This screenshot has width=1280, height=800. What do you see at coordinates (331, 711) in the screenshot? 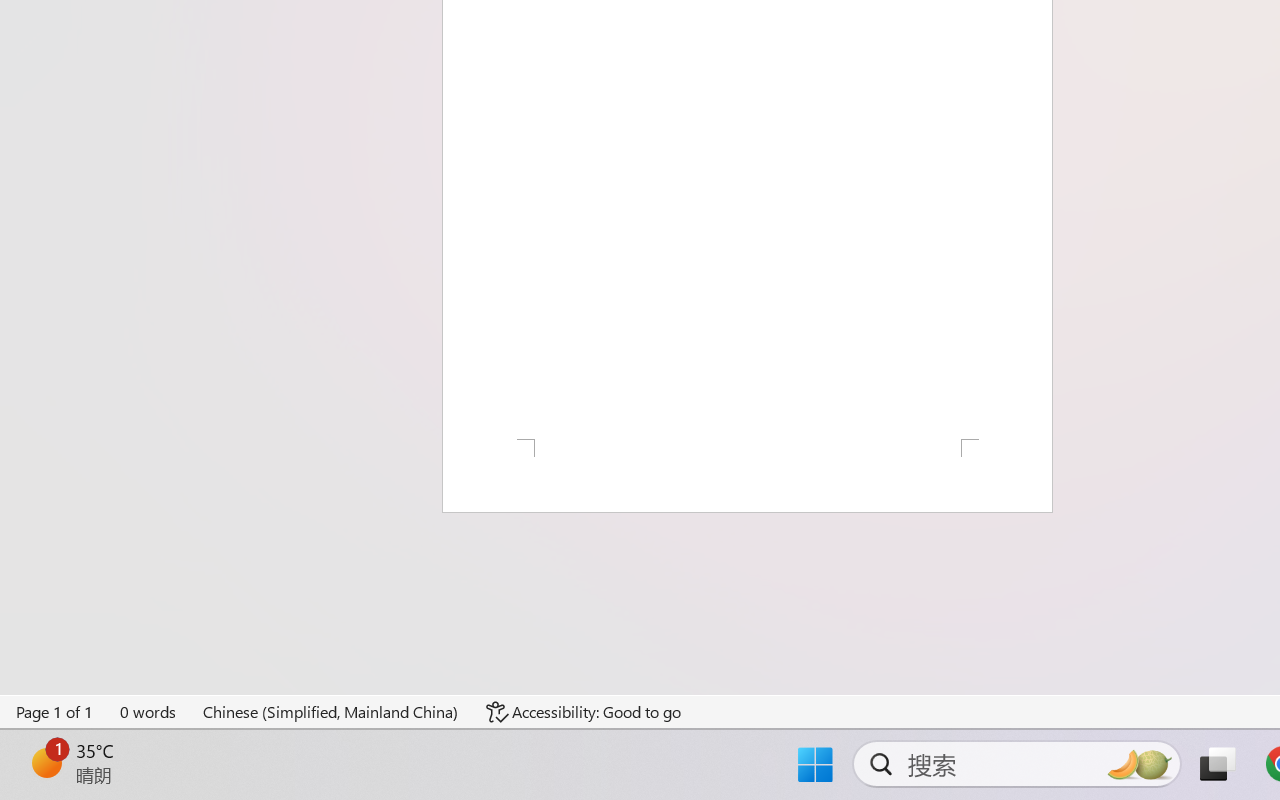
I see `'Language Chinese (Simplified, Mainland China)'` at bounding box center [331, 711].